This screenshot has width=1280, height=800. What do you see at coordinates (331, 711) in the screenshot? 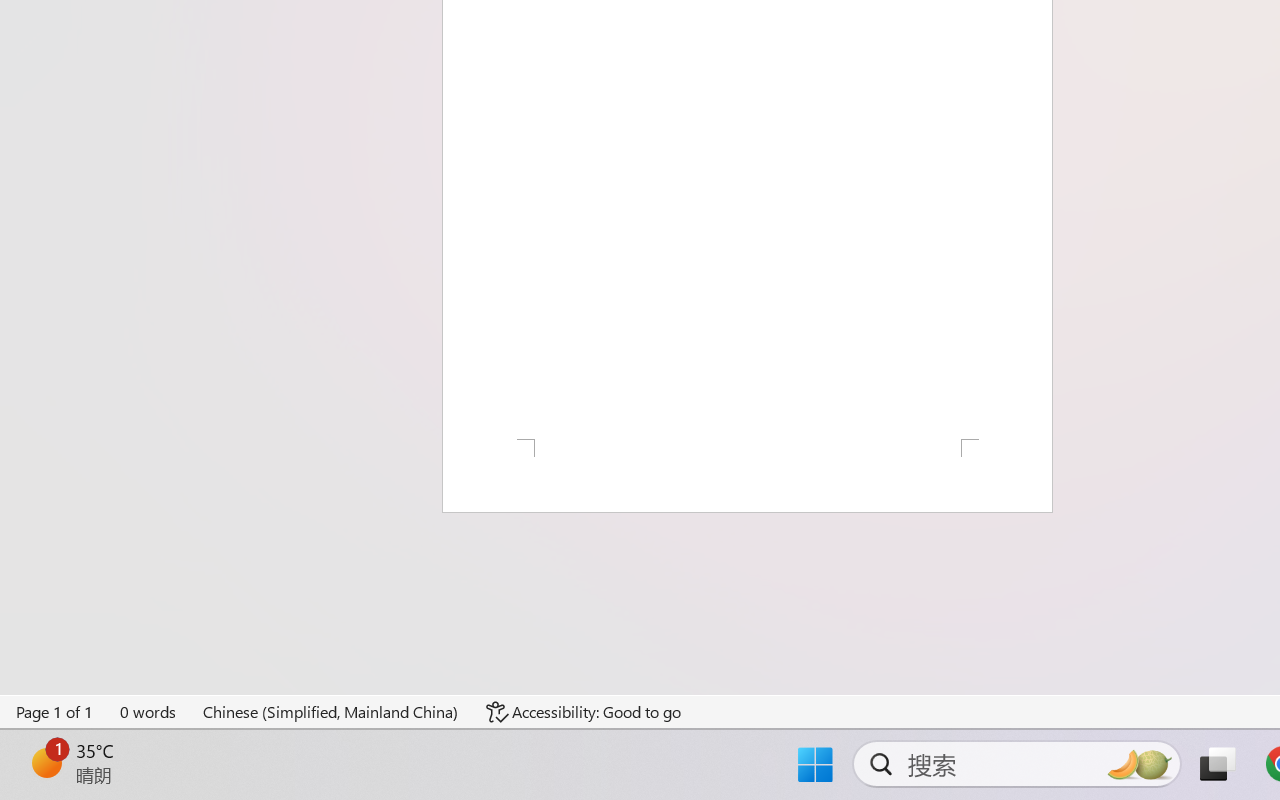
I see `'Language Chinese (Simplified, Mainland China)'` at bounding box center [331, 711].